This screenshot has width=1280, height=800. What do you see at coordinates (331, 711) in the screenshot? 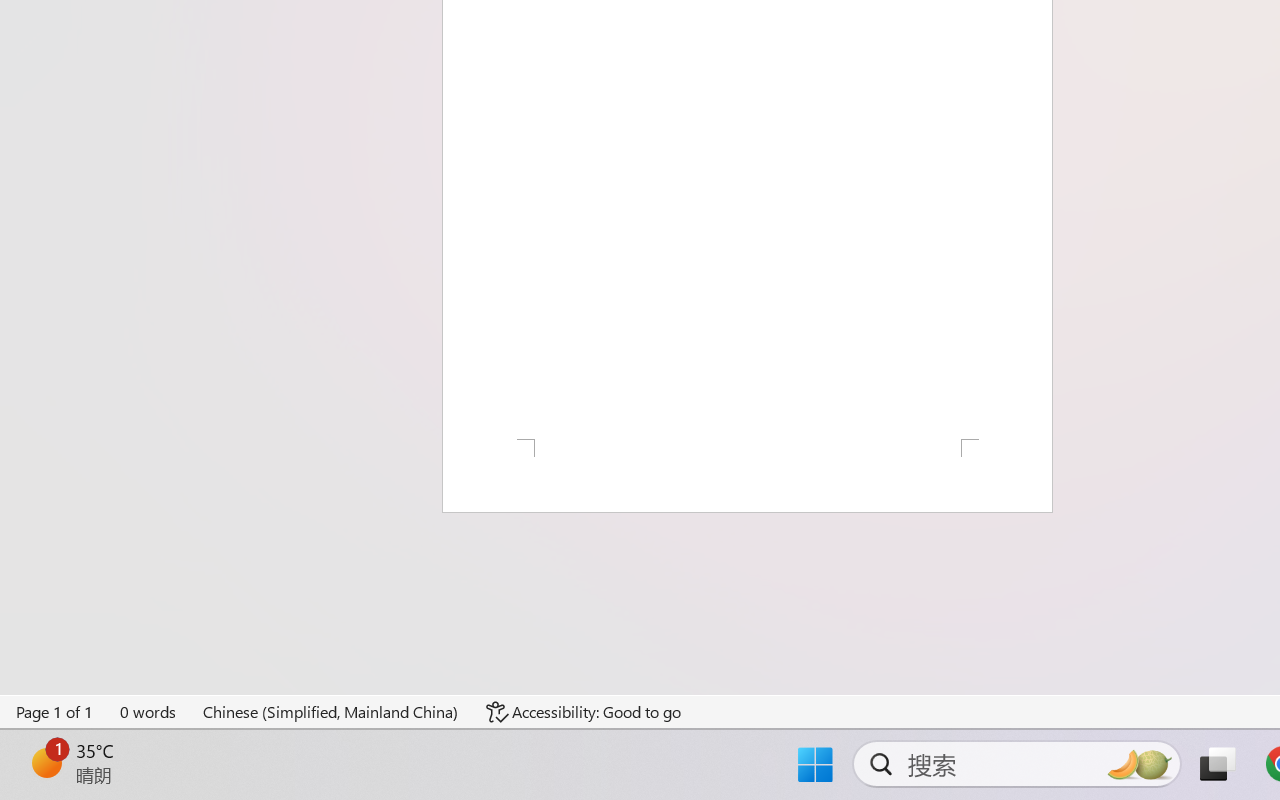
I see `'Language Chinese (Simplified, Mainland China)'` at bounding box center [331, 711].